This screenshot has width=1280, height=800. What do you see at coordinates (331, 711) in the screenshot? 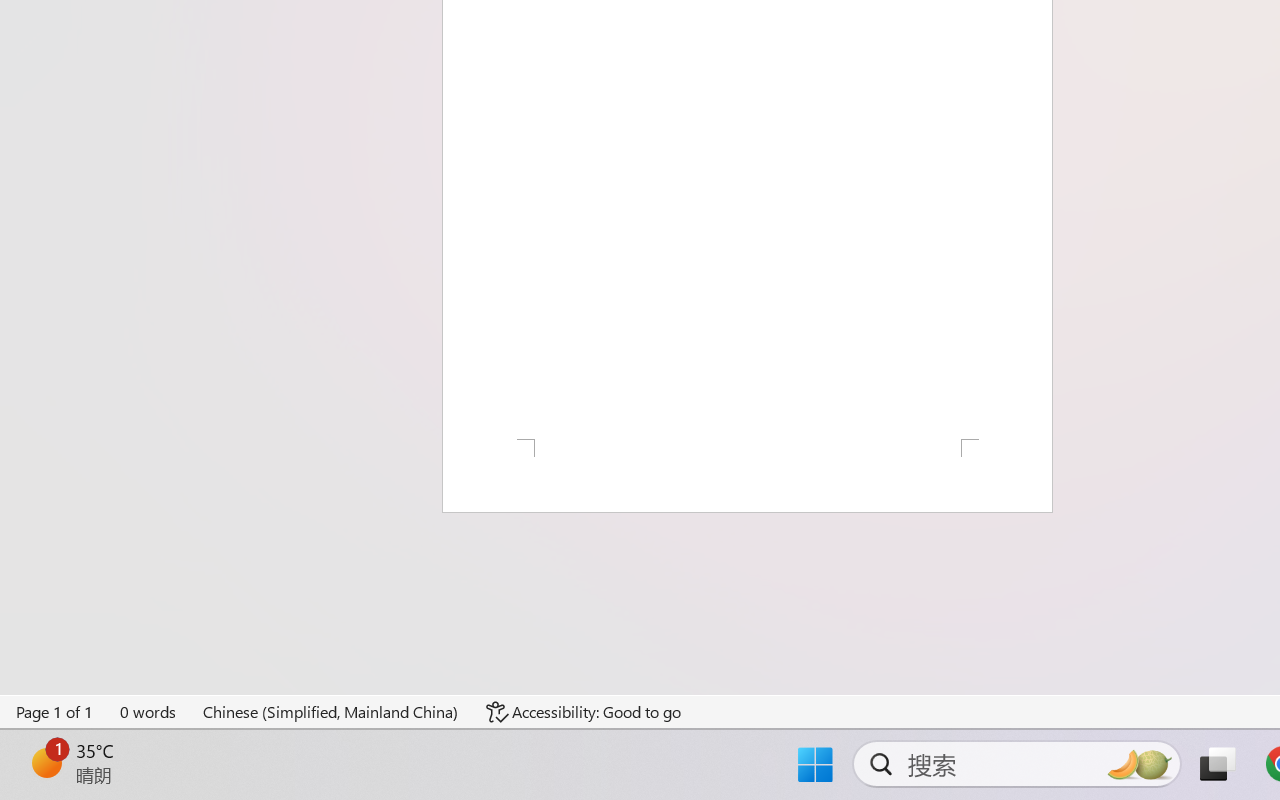
I see `'Language Chinese (Simplified, Mainland China)'` at bounding box center [331, 711].